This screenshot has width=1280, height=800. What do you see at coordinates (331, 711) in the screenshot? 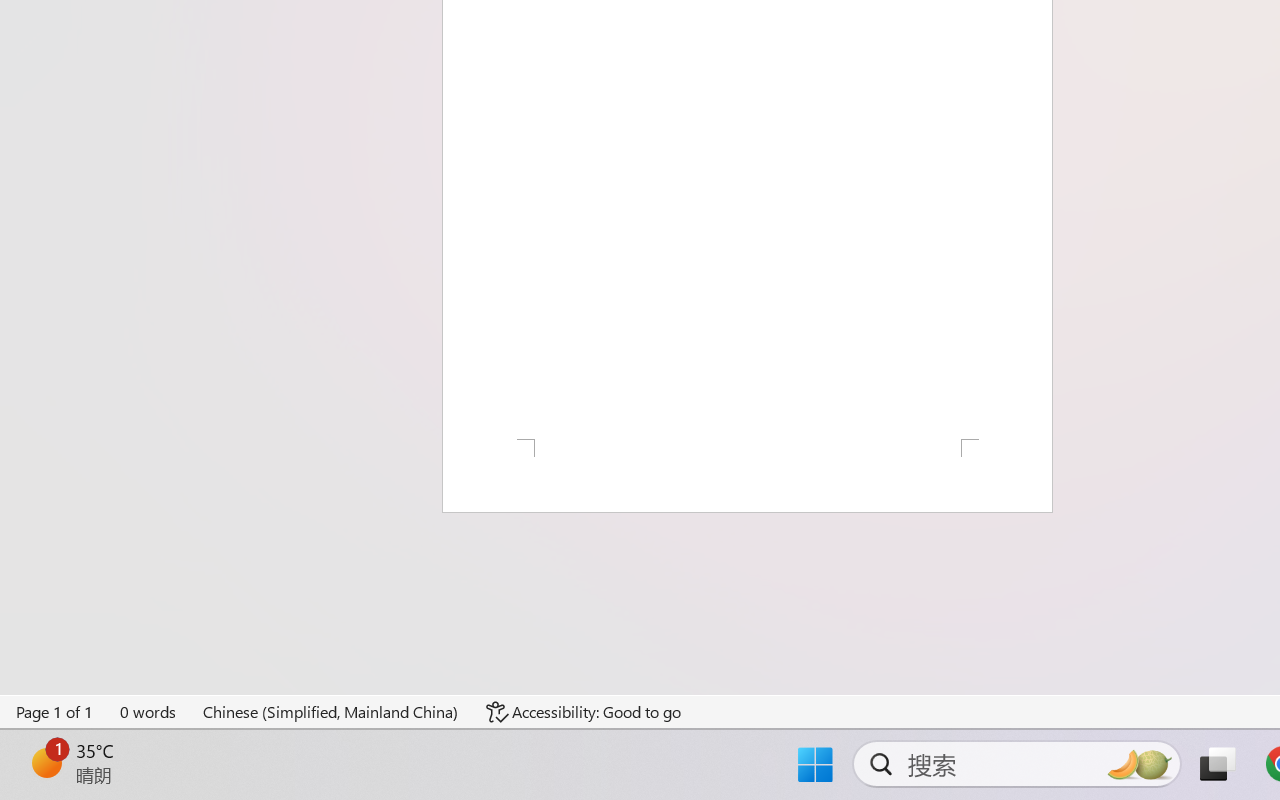
I see `'Language Chinese (Simplified, Mainland China)'` at bounding box center [331, 711].